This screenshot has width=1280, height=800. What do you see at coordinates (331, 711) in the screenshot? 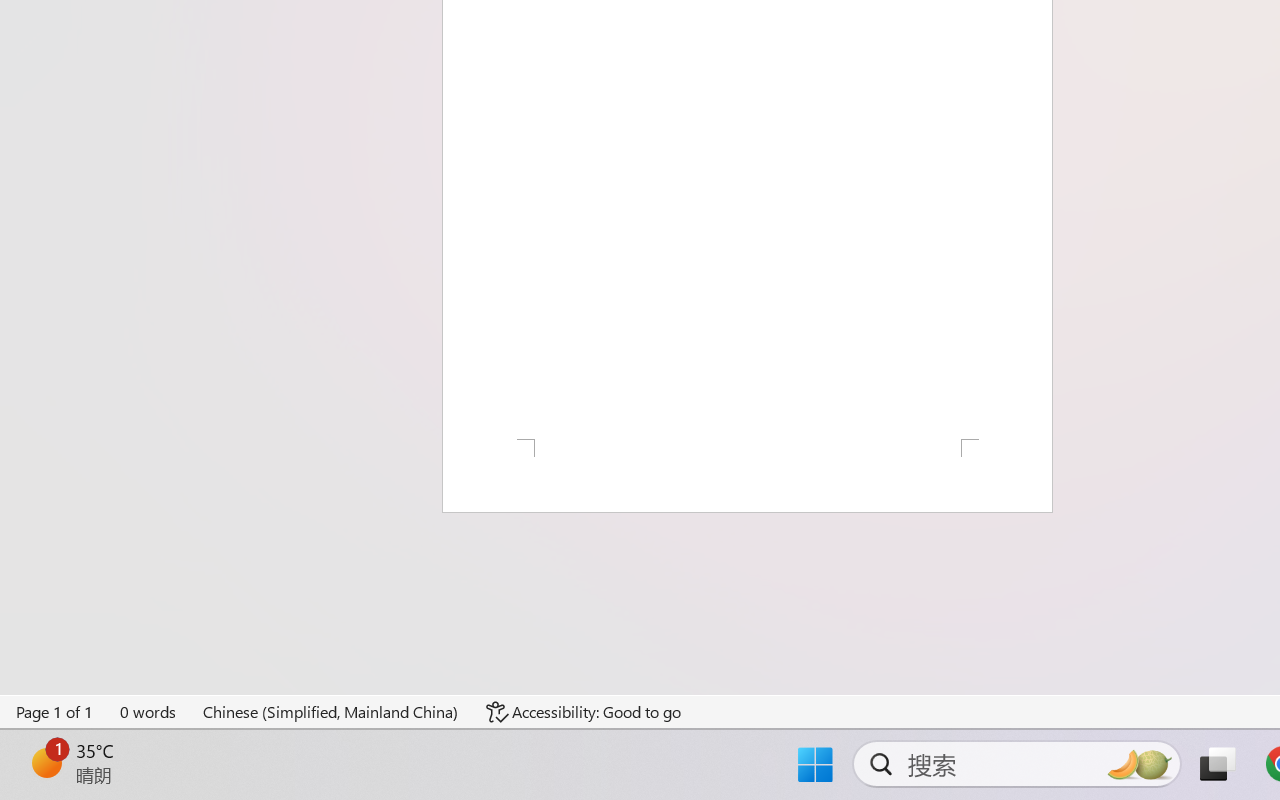
I see `'Language Chinese (Simplified, Mainland China)'` at bounding box center [331, 711].